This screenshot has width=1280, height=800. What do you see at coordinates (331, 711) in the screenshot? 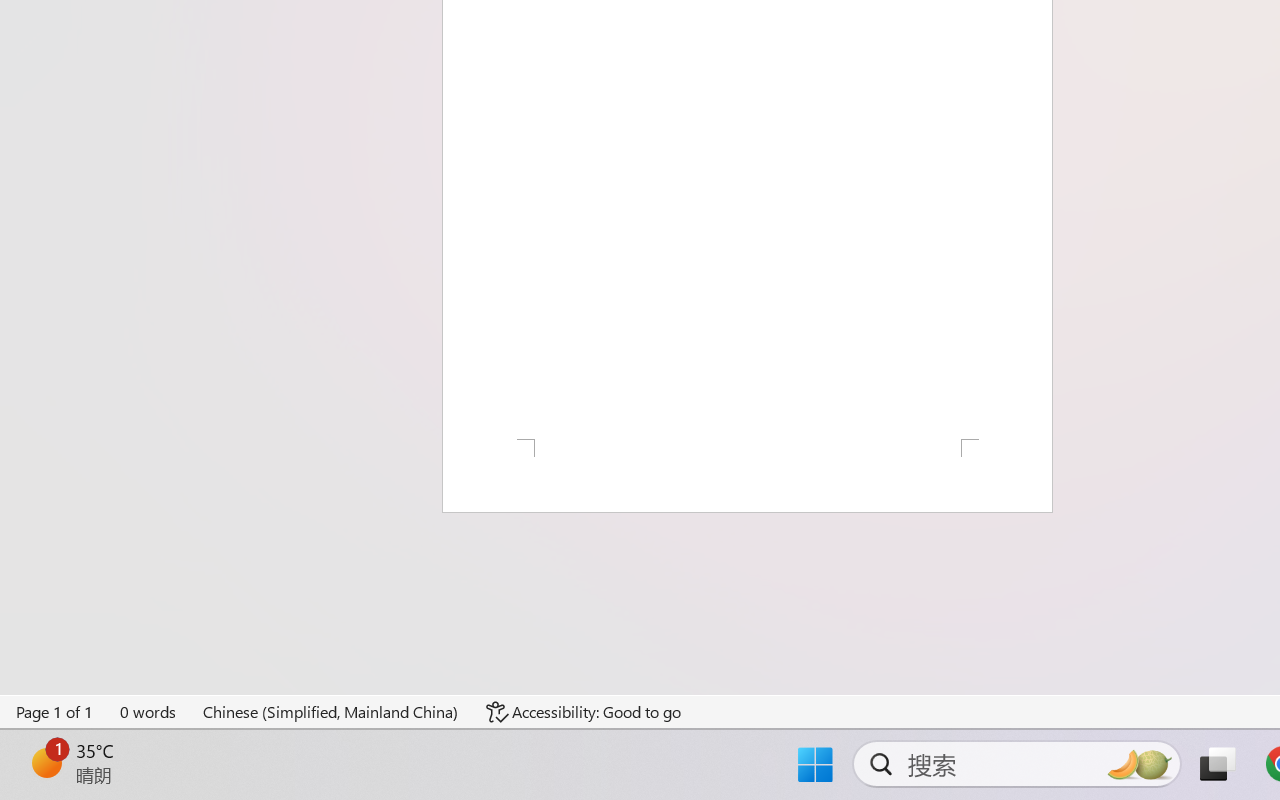
I see `'Language Chinese (Simplified, Mainland China)'` at bounding box center [331, 711].